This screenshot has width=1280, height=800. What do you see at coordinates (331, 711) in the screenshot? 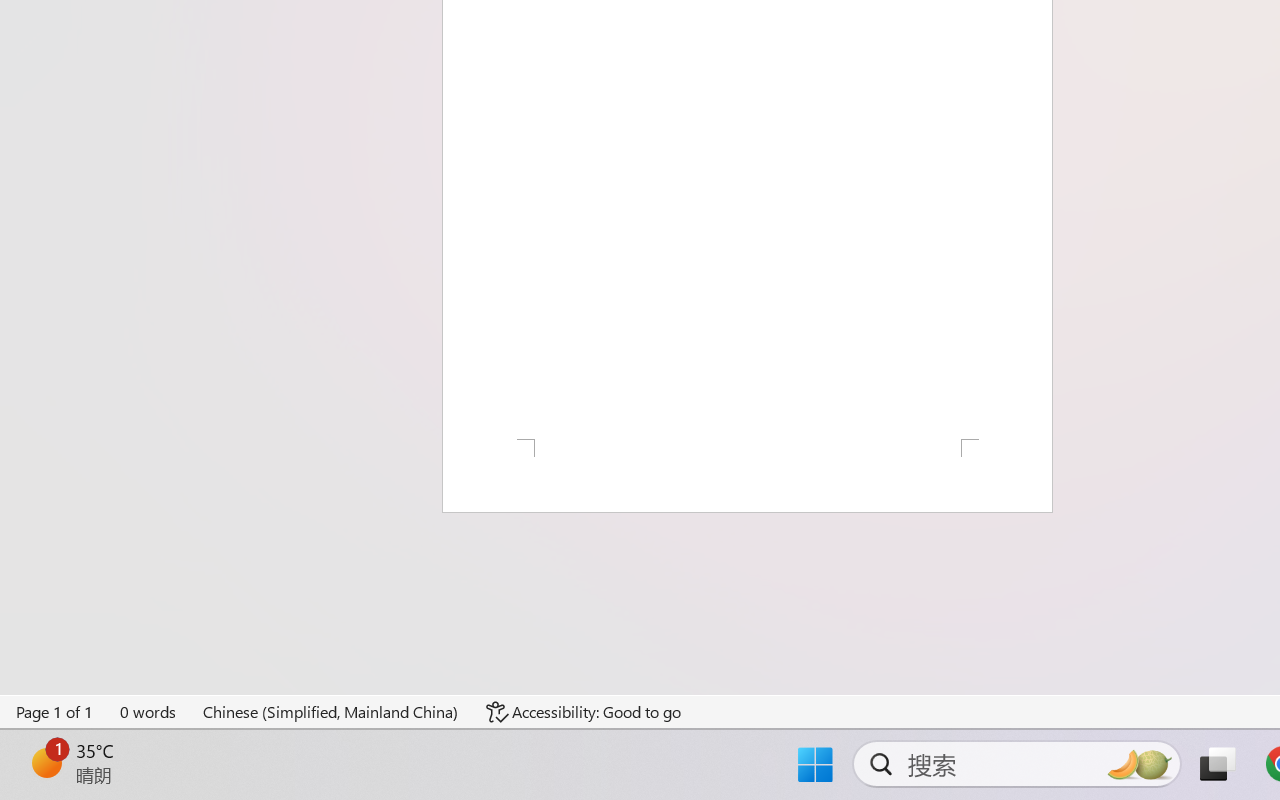
I see `'Language Chinese (Simplified, Mainland China)'` at bounding box center [331, 711].